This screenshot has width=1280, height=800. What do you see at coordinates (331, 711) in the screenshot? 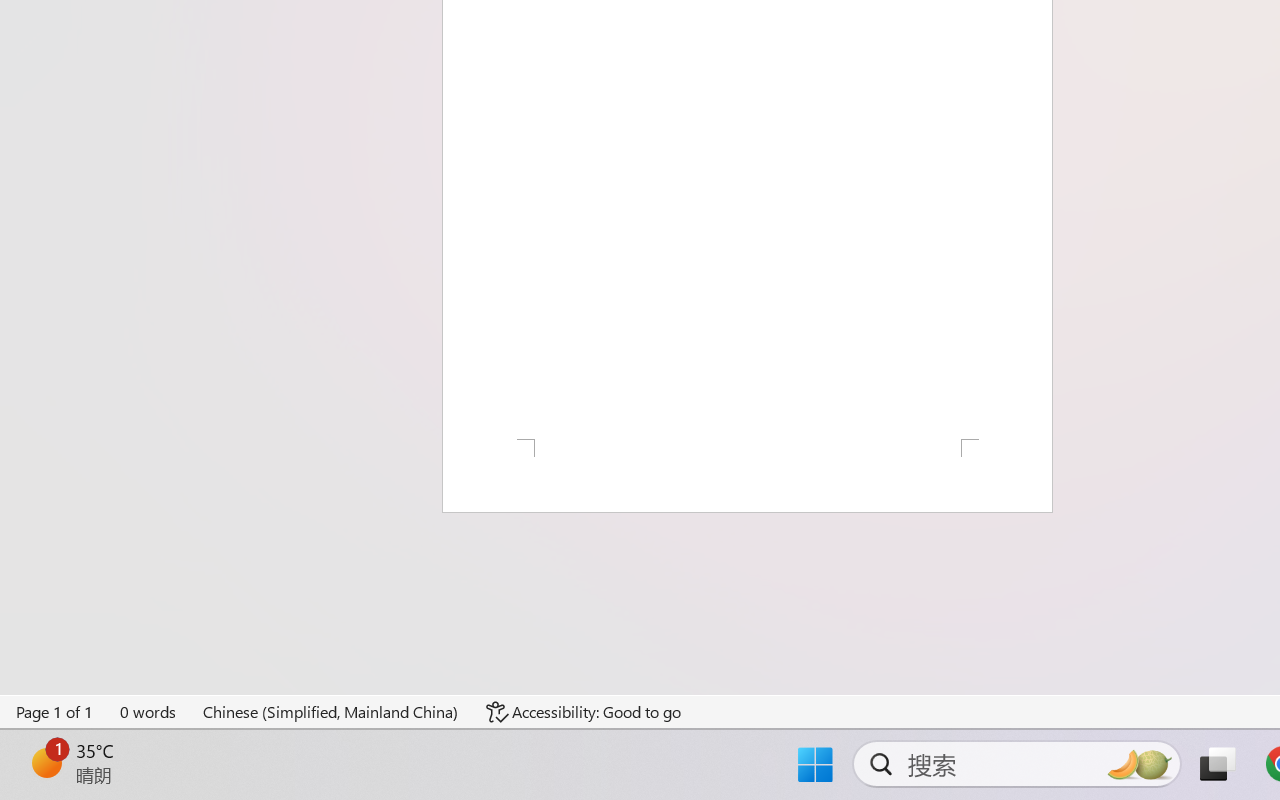
I see `'Language Chinese (Simplified, Mainland China)'` at bounding box center [331, 711].